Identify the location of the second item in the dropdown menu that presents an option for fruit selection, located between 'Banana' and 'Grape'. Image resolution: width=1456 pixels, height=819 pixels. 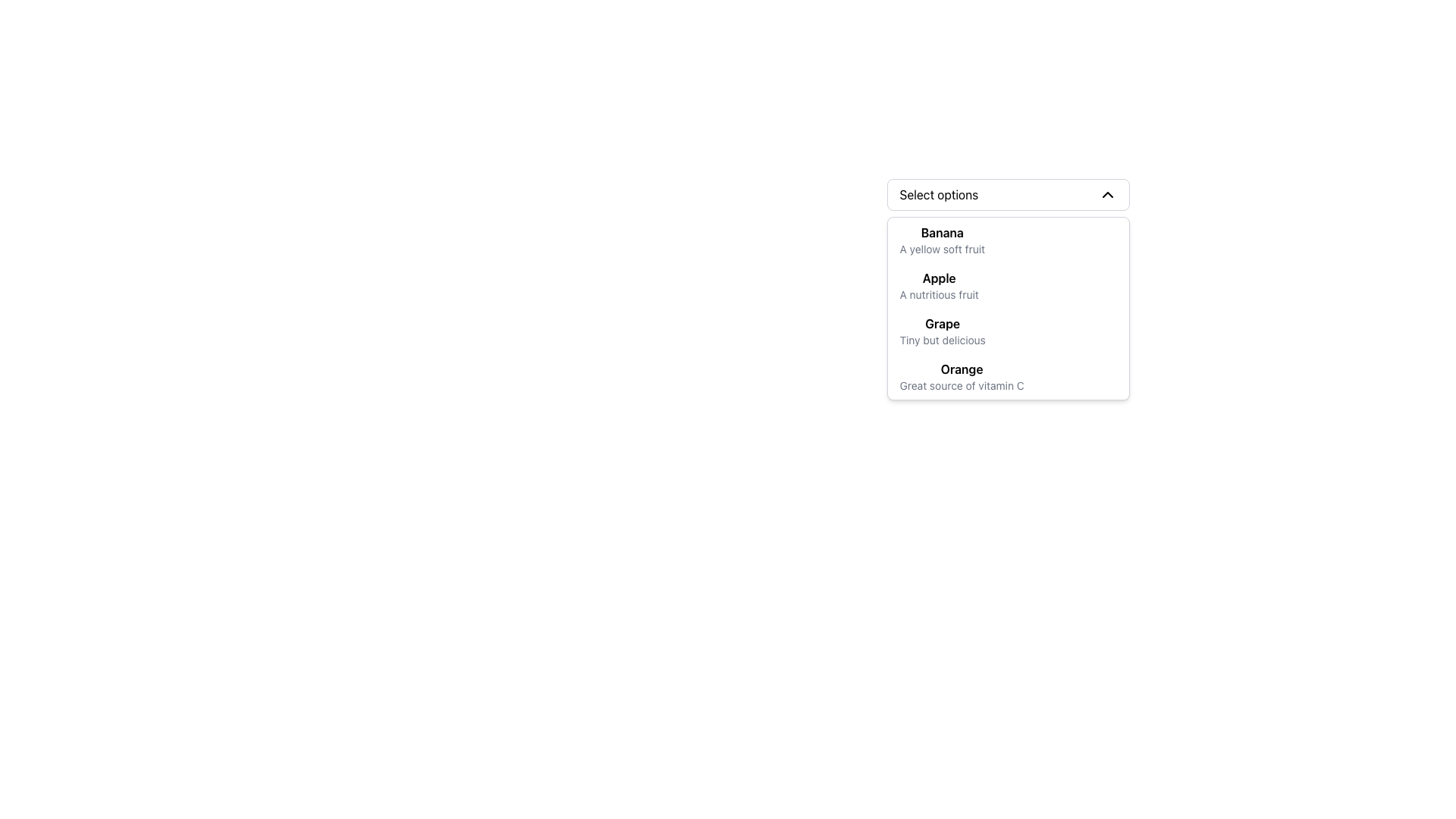
(938, 286).